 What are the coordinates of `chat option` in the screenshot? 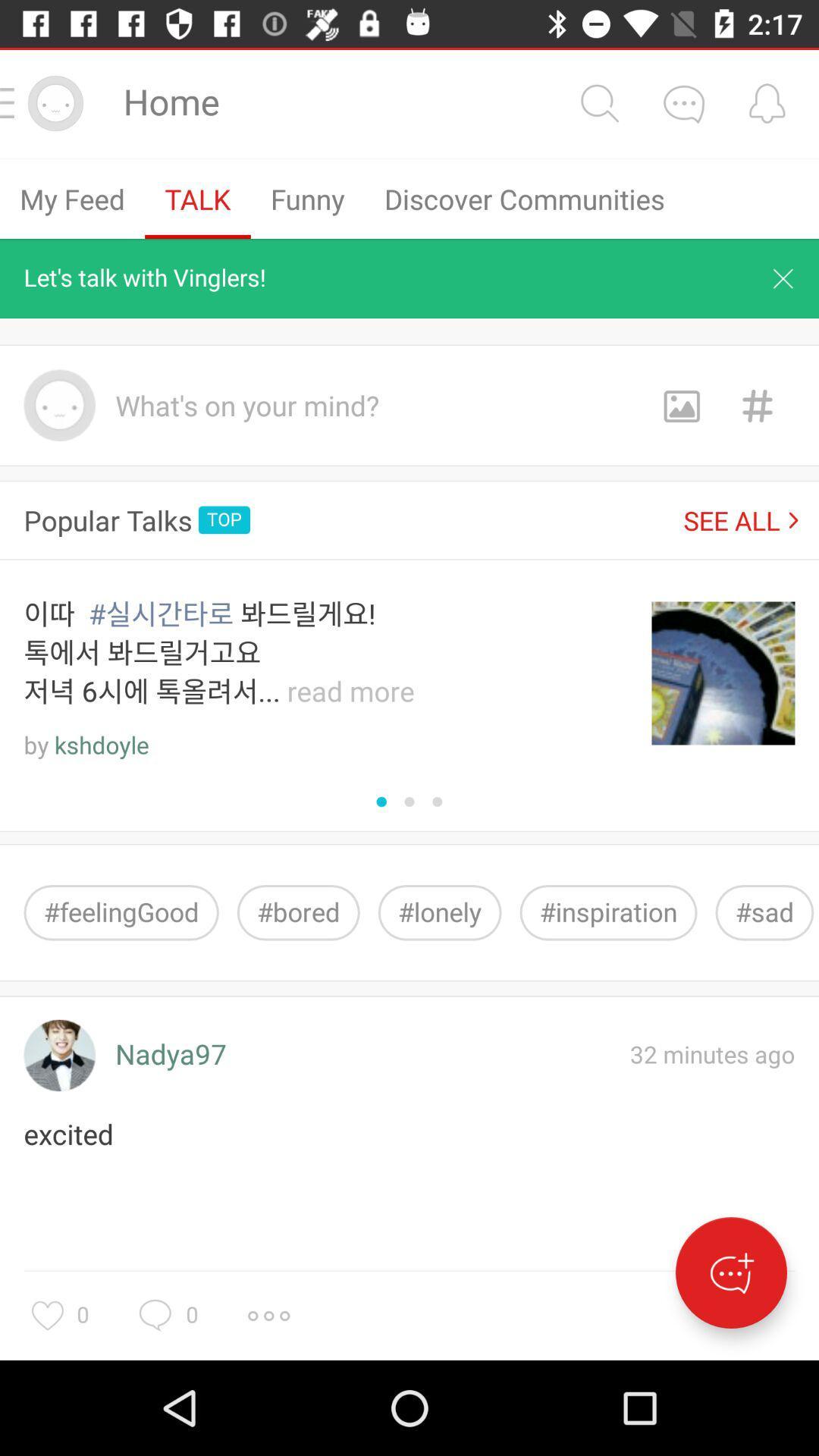 It's located at (730, 1272).